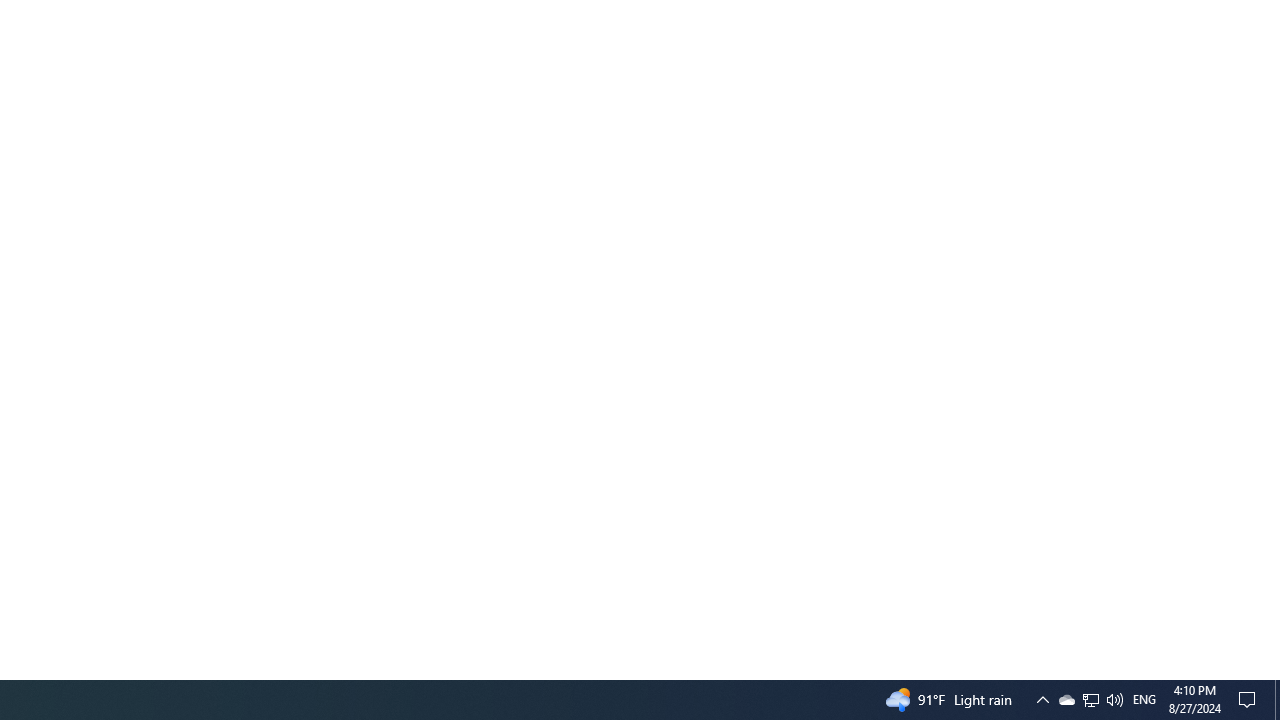 The image size is (1280, 720). Describe the element at coordinates (1250, 698) in the screenshot. I see `'Action Center, No new notifications'` at that location.